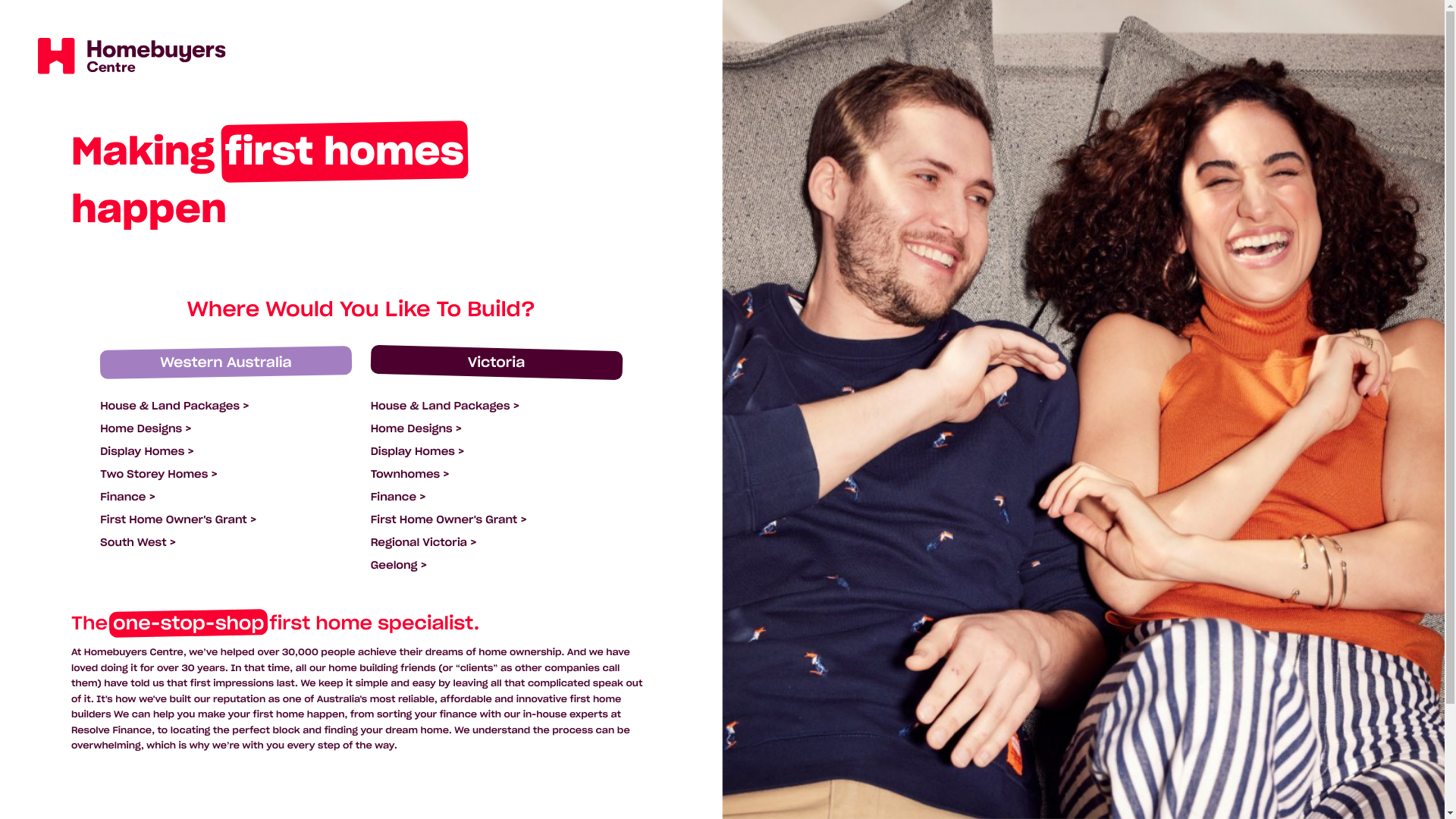 Image resolution: width=1456 pixels, height=819 pixels. I want to click on 'First Home Owner's Grant >', so click(447, 519).